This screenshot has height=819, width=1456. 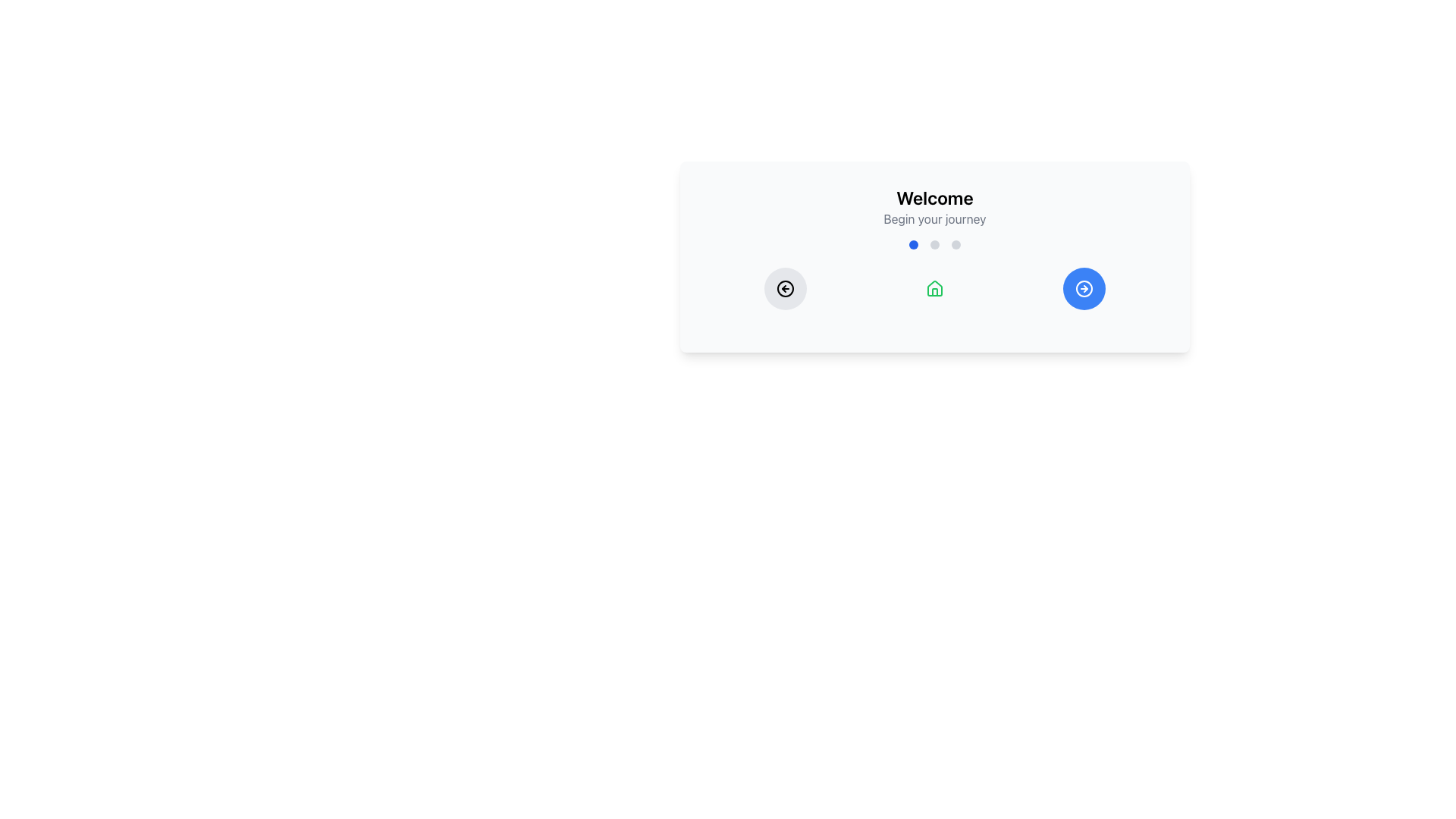 I want to click on the descriptive text element located directly underneath the 'Welcome' heading, which provides guiding messages to users, so click(x=934, y=219).